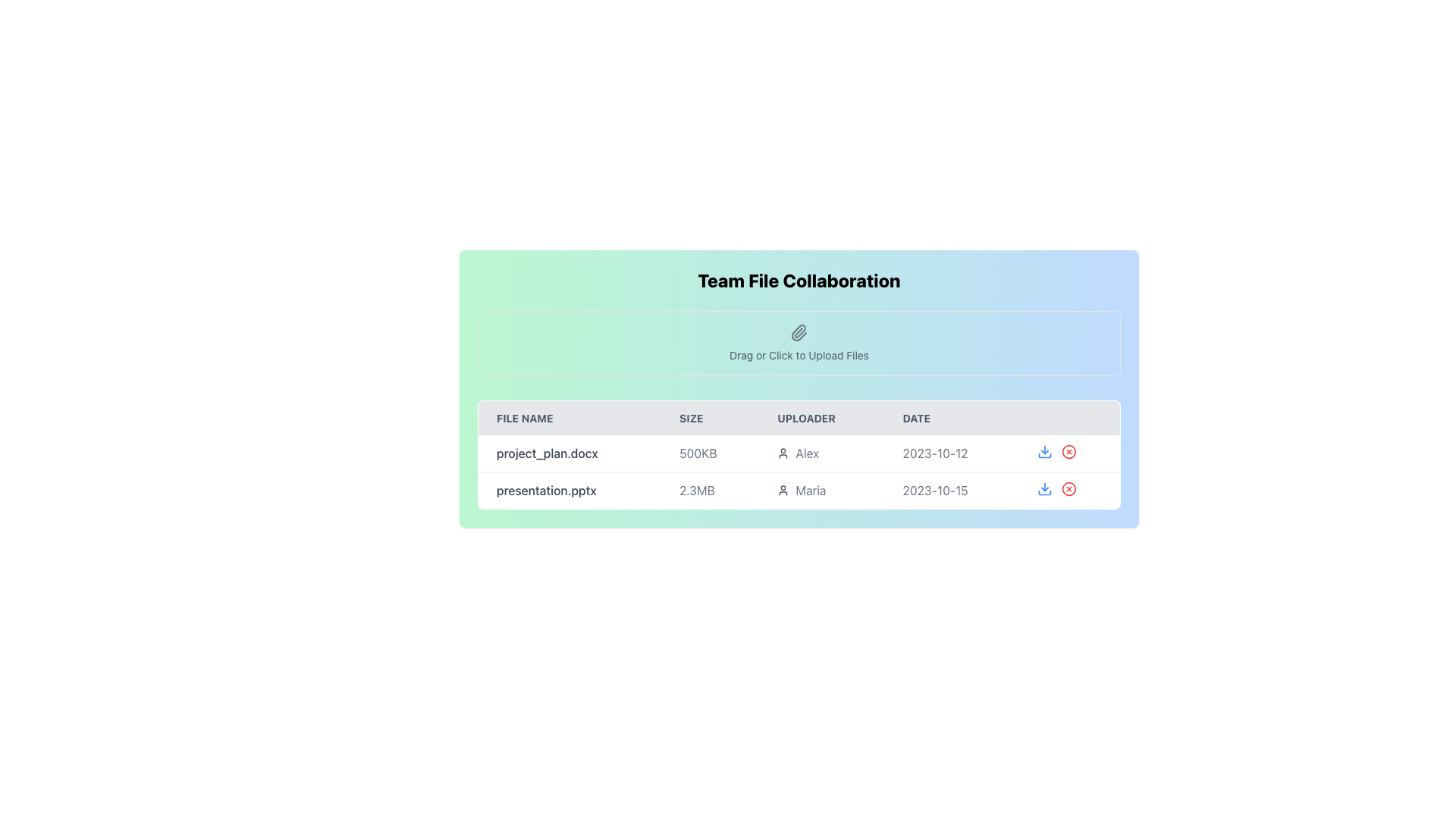 The width and height of the screenshot is (1456, 819). What do you see at coordinates (1044, 488) in the screenshot?
I see `the download button located in the action column of the second row in the file listing table to initiate the file download` at bounding box center [1044, 488].